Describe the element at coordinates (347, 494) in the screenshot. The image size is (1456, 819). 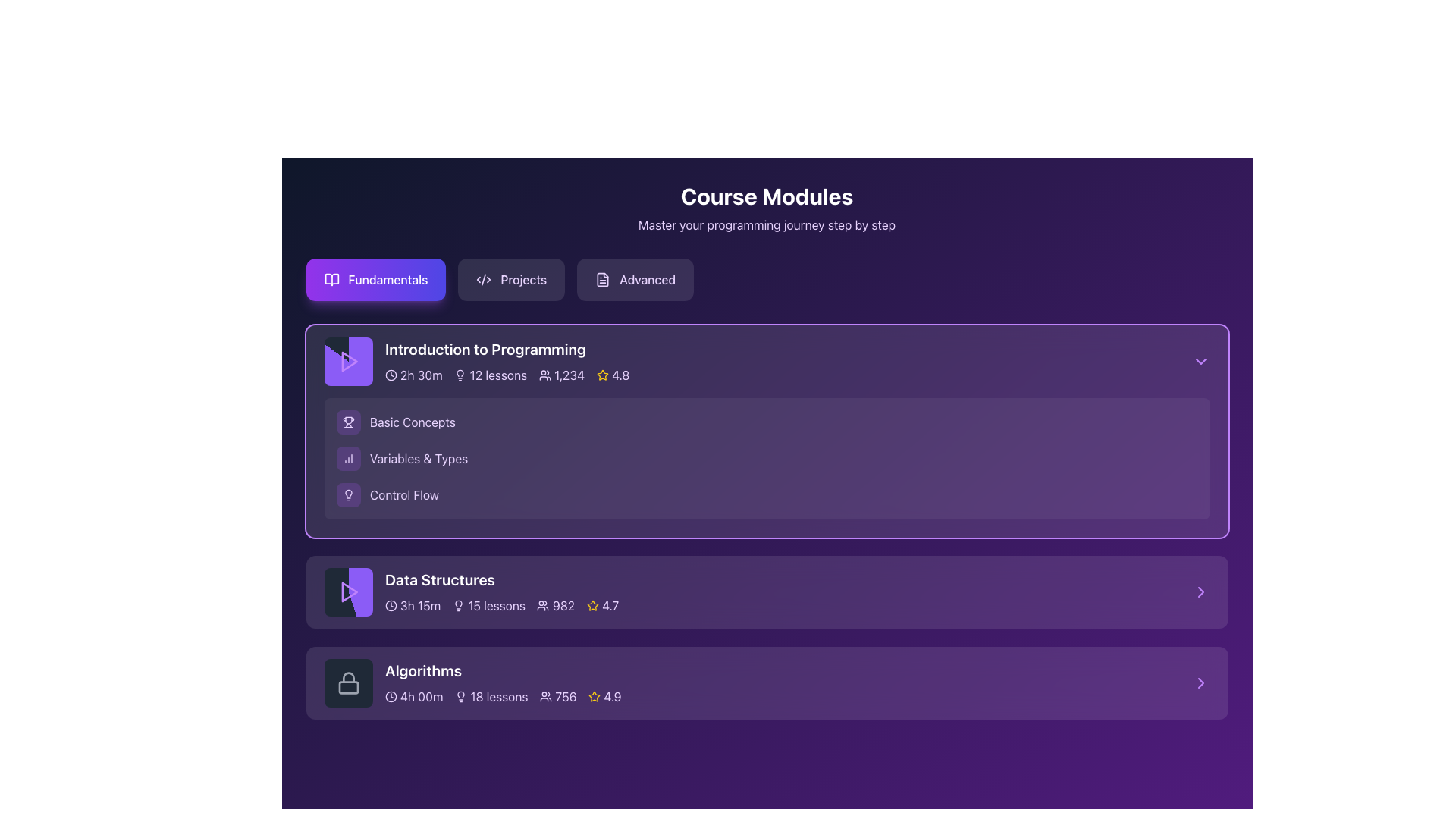
I see `the 'Control Flow' icon, which visually represents the concept of 'Control Flow'` at that location.